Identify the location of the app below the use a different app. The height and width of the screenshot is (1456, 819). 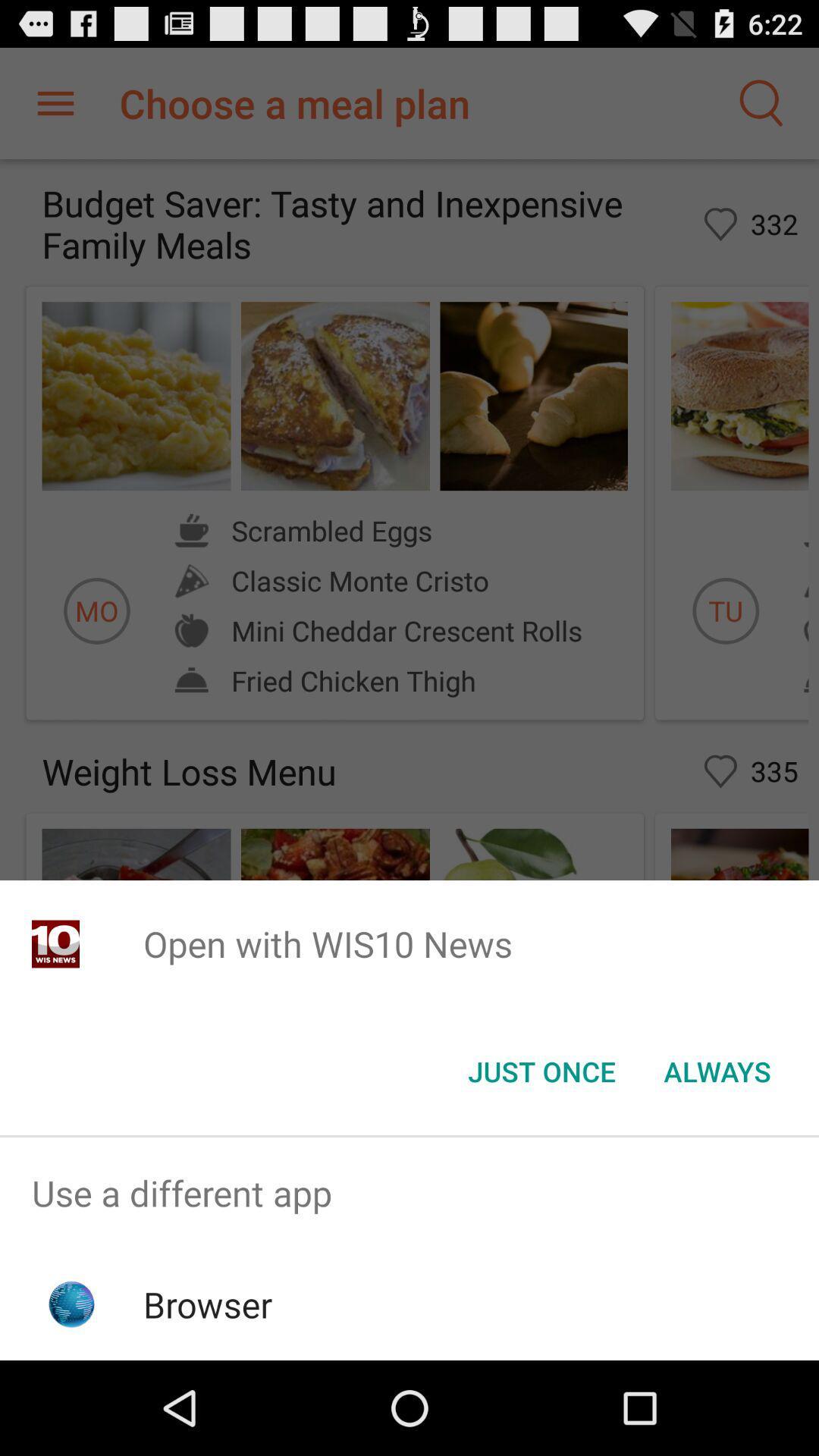
(208, 1304).